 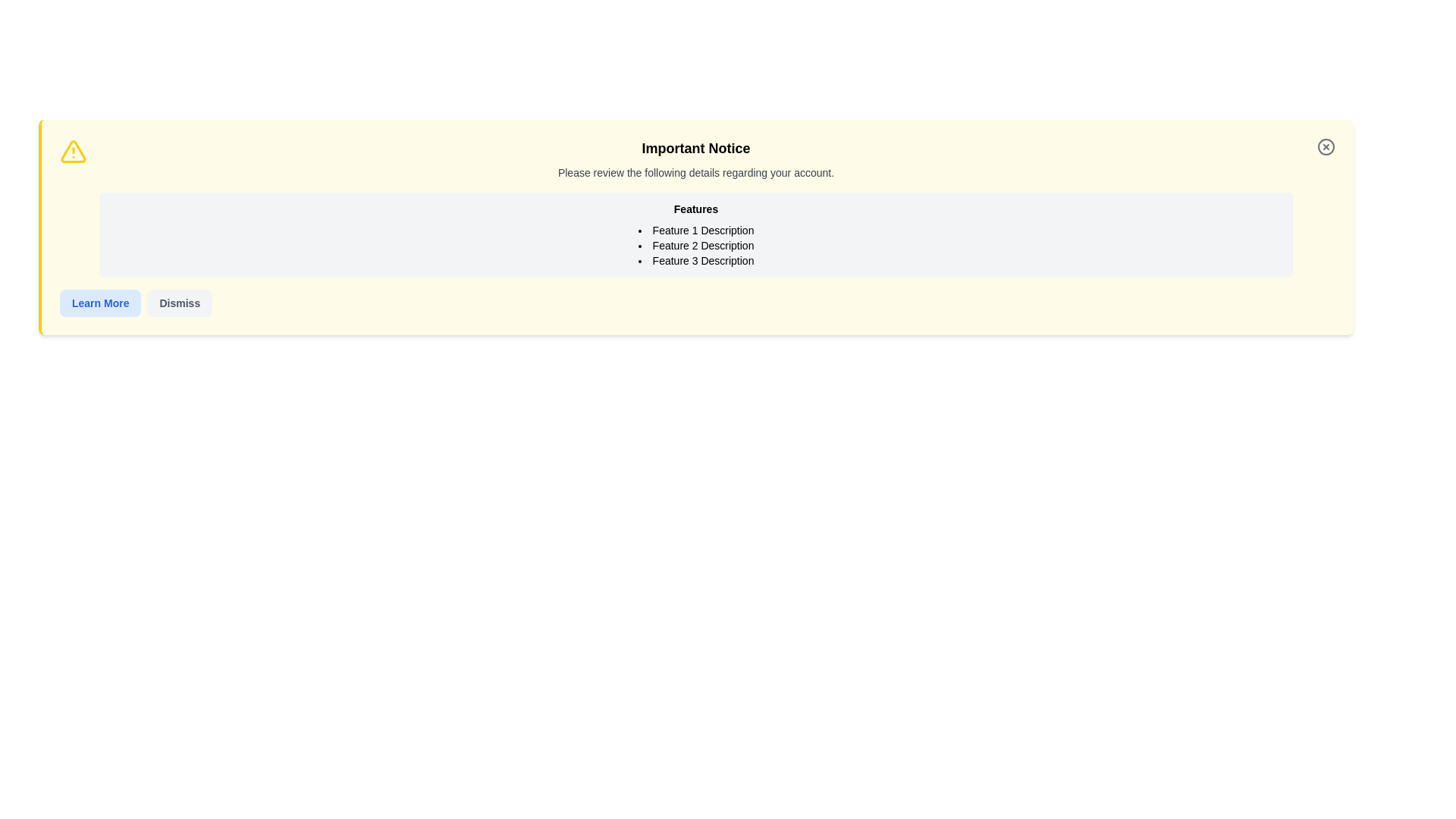 What do you see at coordinates (695, 245) in the screenshot?
I see `the text entry labeled 'Feature 2 Description', which is the second item in a bulleted list under the heading 'Features'` at bounding box center [695, 245].